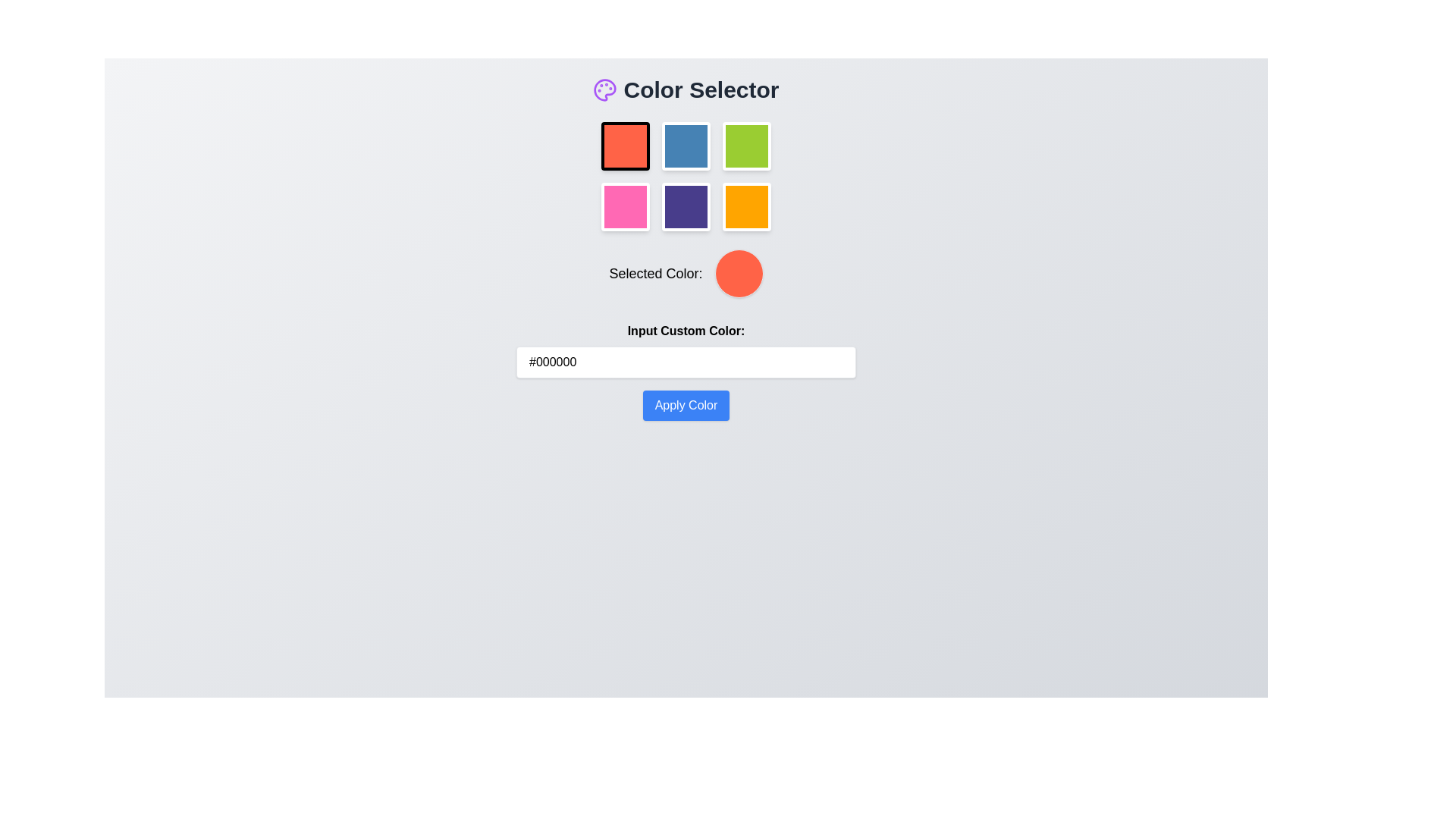  I want to click on the bright green color selection button located in the first row and third column of the color button grid, so click(746, 146).